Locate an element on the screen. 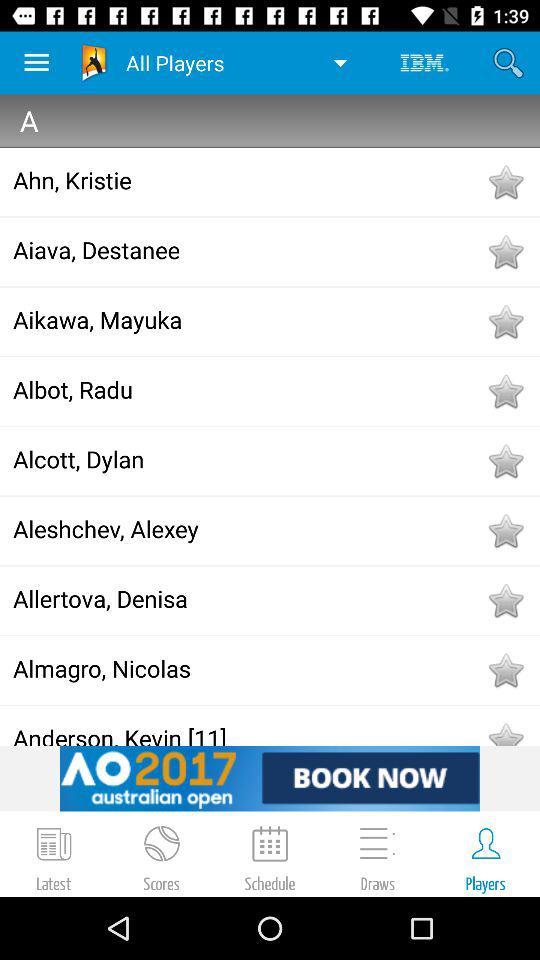 The height and width of the screenshot is (960, 540). option is located at coordinates (504, 600).